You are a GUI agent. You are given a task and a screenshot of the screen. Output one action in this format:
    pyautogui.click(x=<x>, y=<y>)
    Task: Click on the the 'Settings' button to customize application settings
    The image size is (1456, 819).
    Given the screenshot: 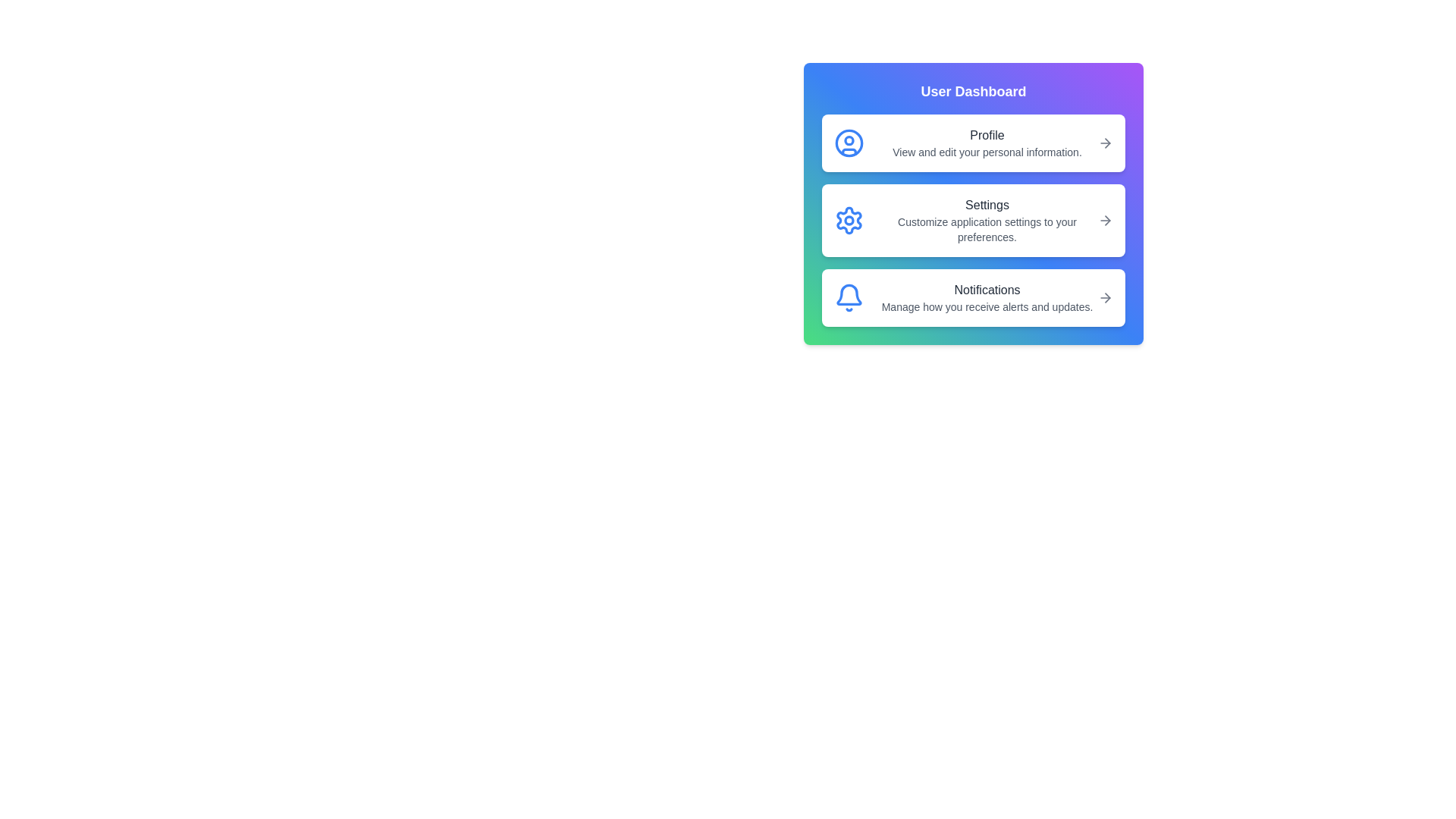 What is the action you would take?
    pyautogui.click(x=973, y=220)
    